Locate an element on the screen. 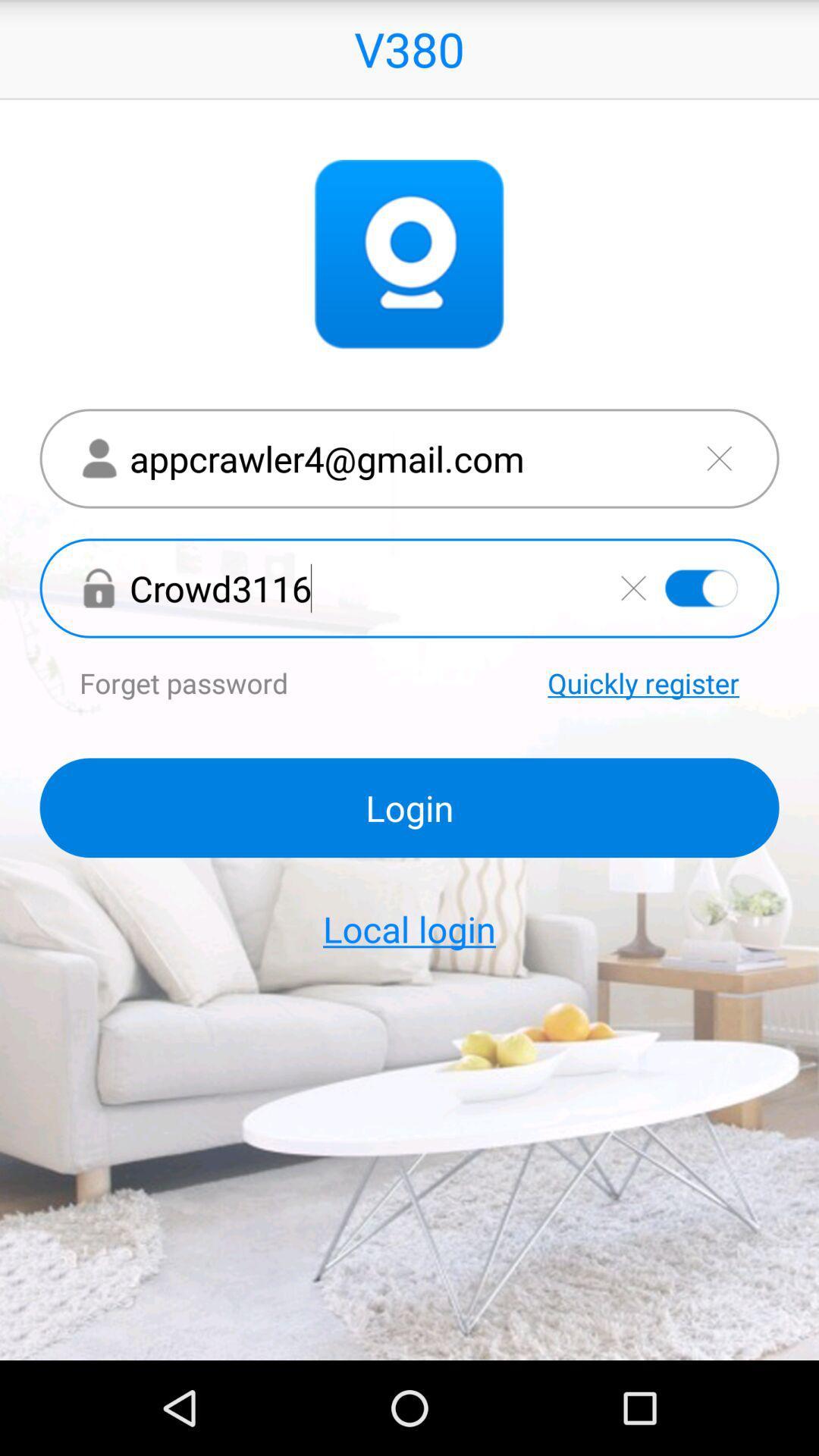 This screenshot has height=1456, width=819. change user is located at coordinates (718, 457).